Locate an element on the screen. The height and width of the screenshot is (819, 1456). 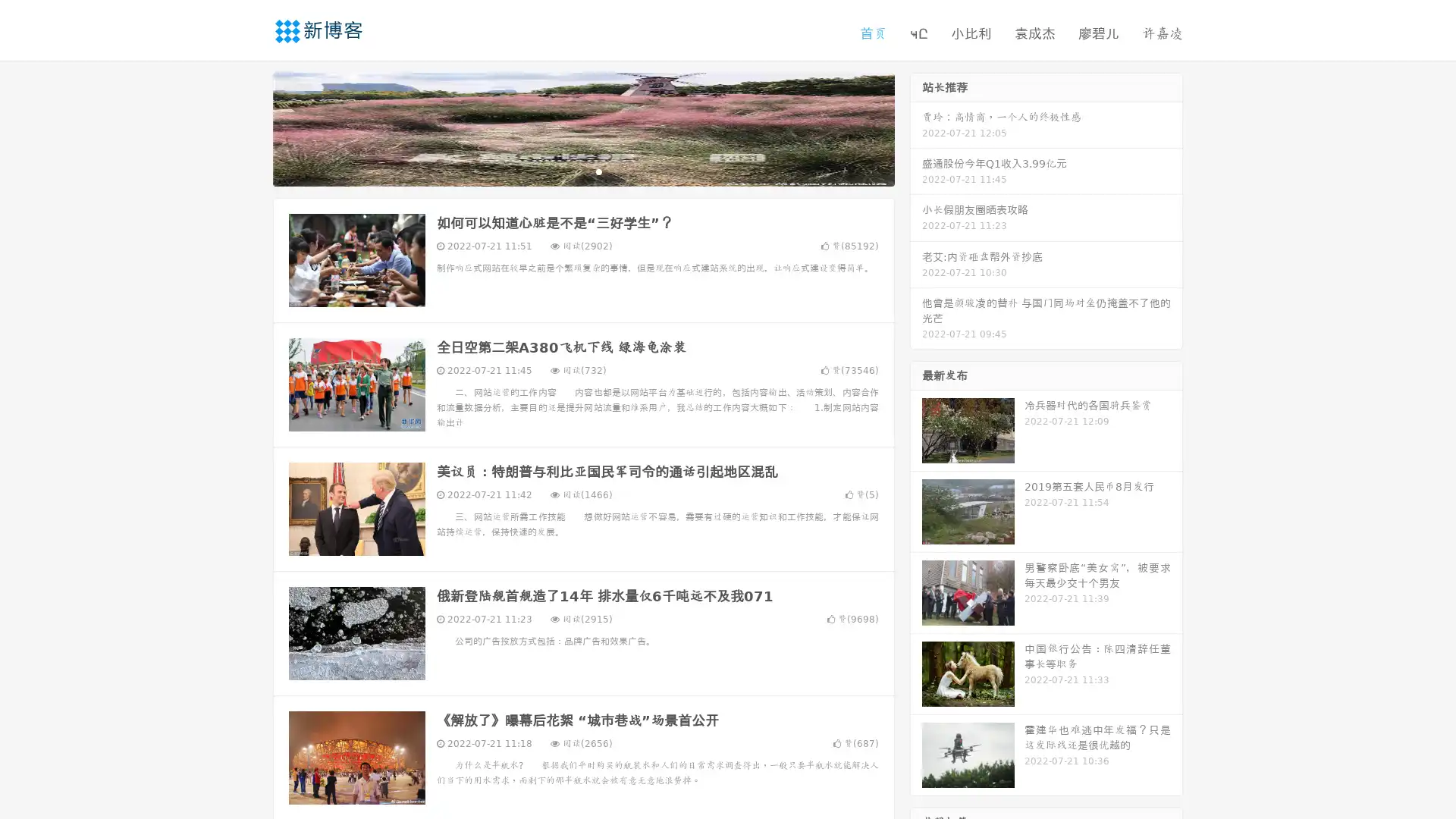
Go to slide 1 is located at coordinates (567, 171).